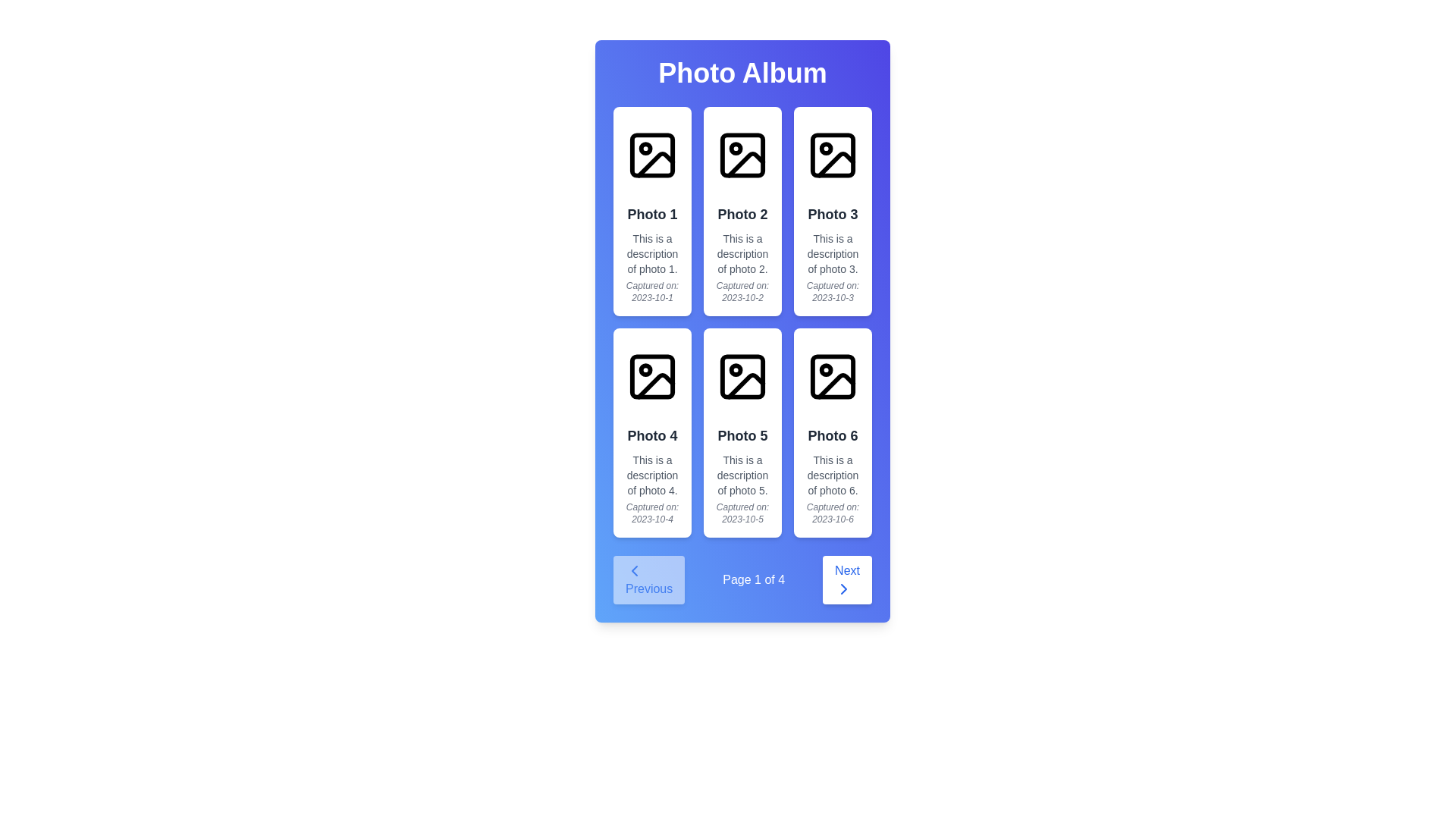  I want to click on the third card in the last row of a grid, which features rounded edges, a white background, and contains the title 'Photo 6', the description 'This is a description of photo 6.', and the date 'Captured on: 2023-10-6', so click(832, 432).